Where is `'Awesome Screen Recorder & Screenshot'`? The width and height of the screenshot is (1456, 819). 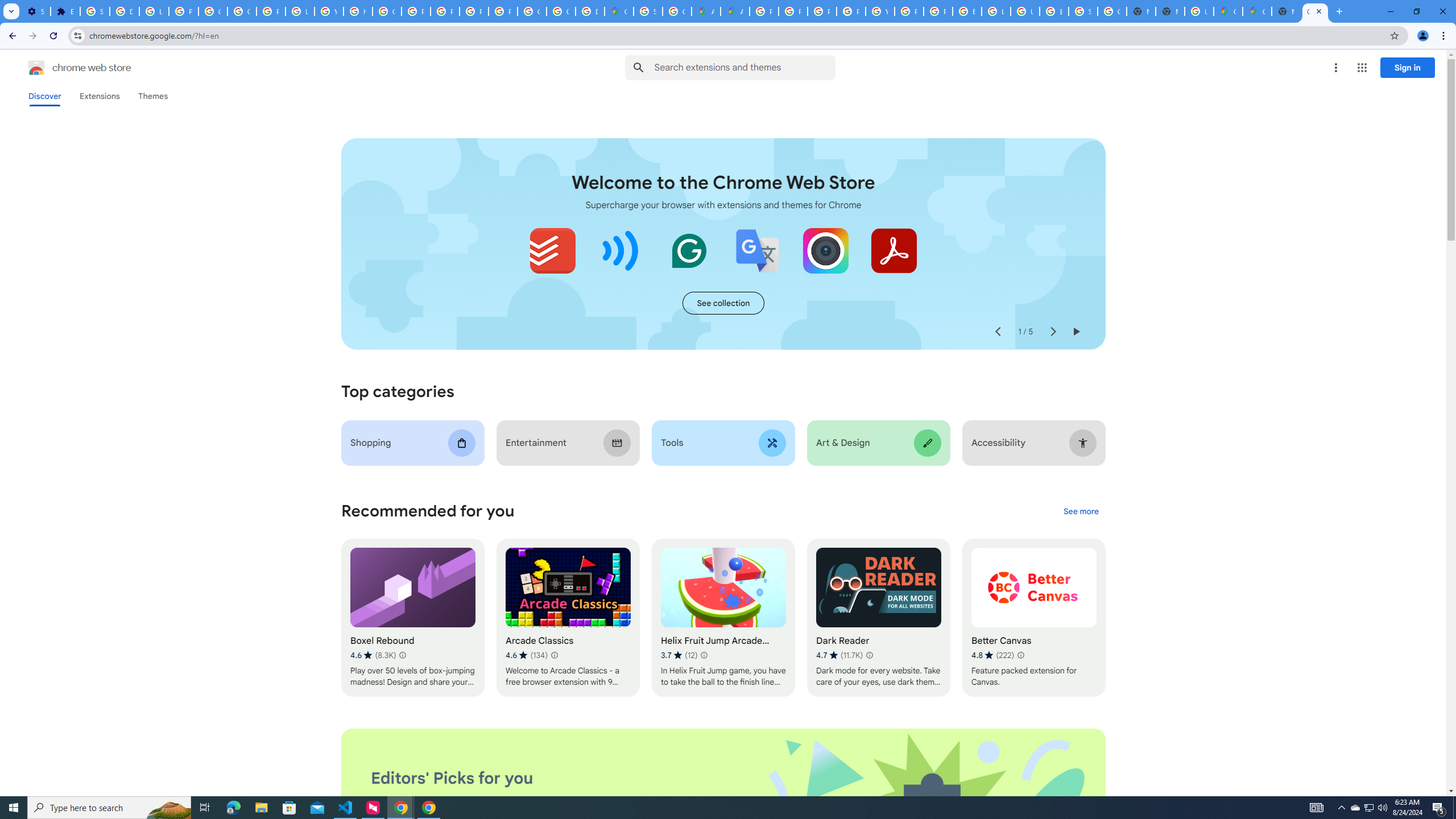 'Awesome Screen Recorder & Screenshot' is located at coordinates (825, 250).